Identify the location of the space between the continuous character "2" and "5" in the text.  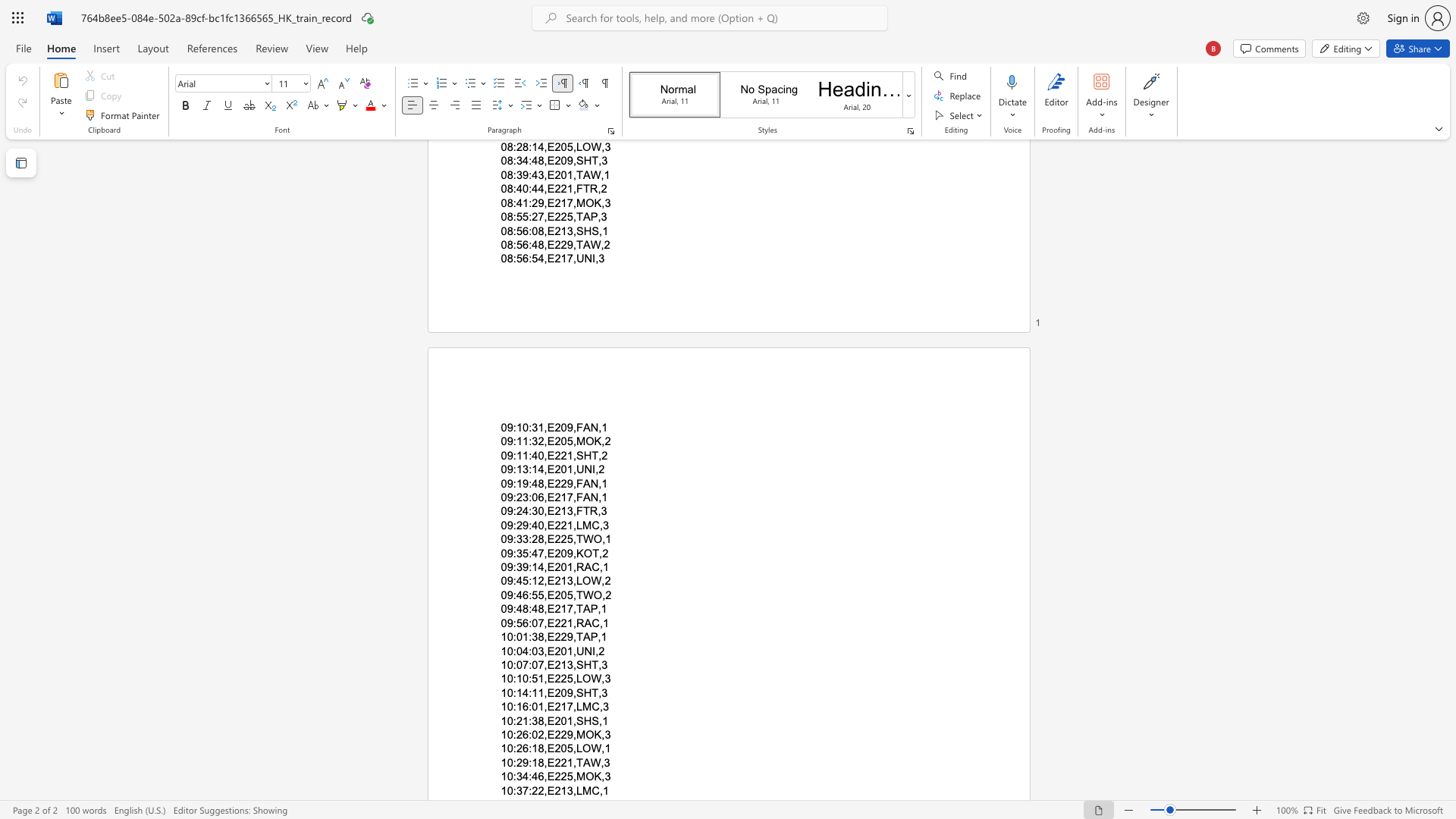
(566, 538).